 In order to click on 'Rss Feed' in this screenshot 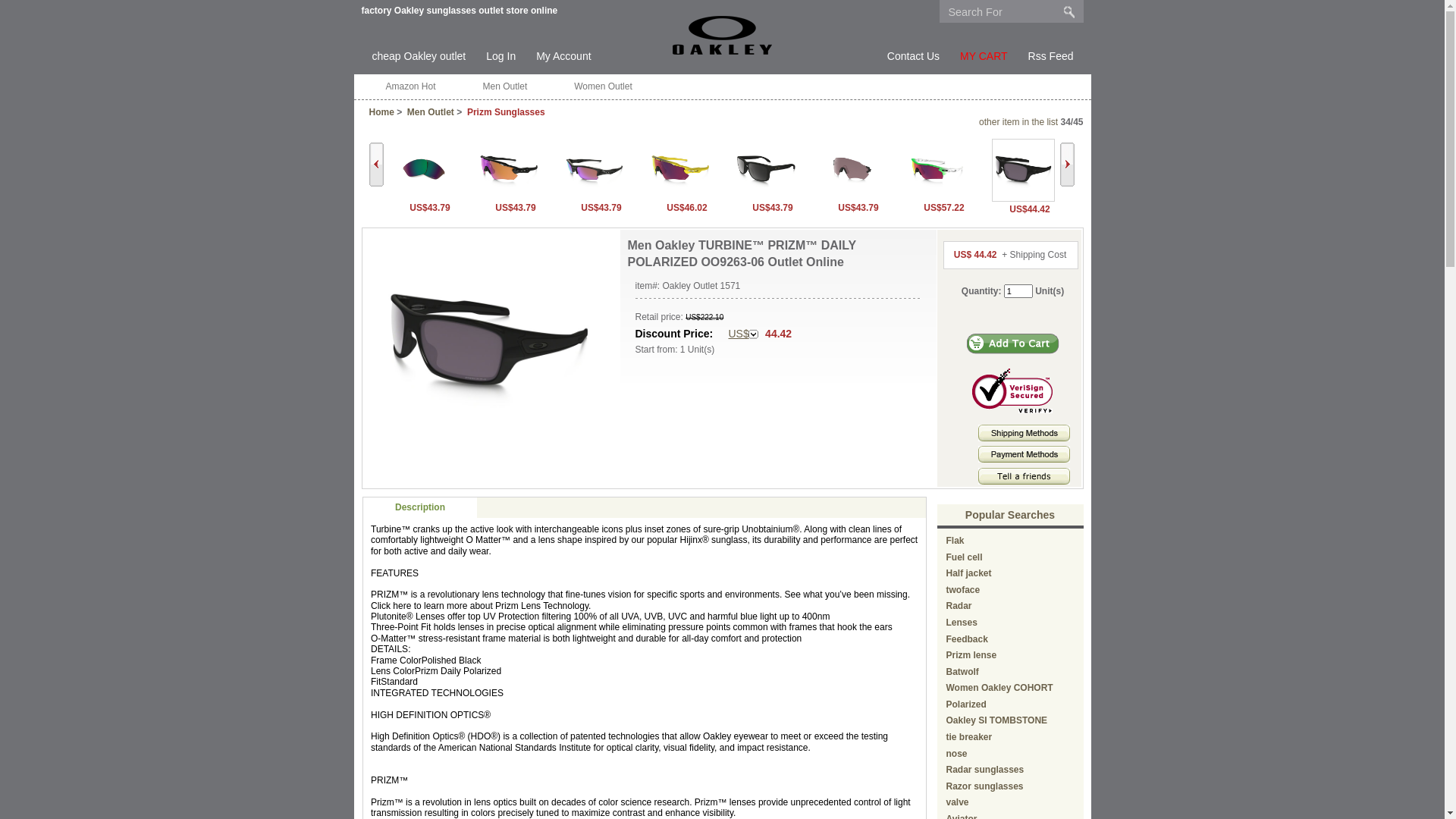, I will do `click(1050, 55)`.